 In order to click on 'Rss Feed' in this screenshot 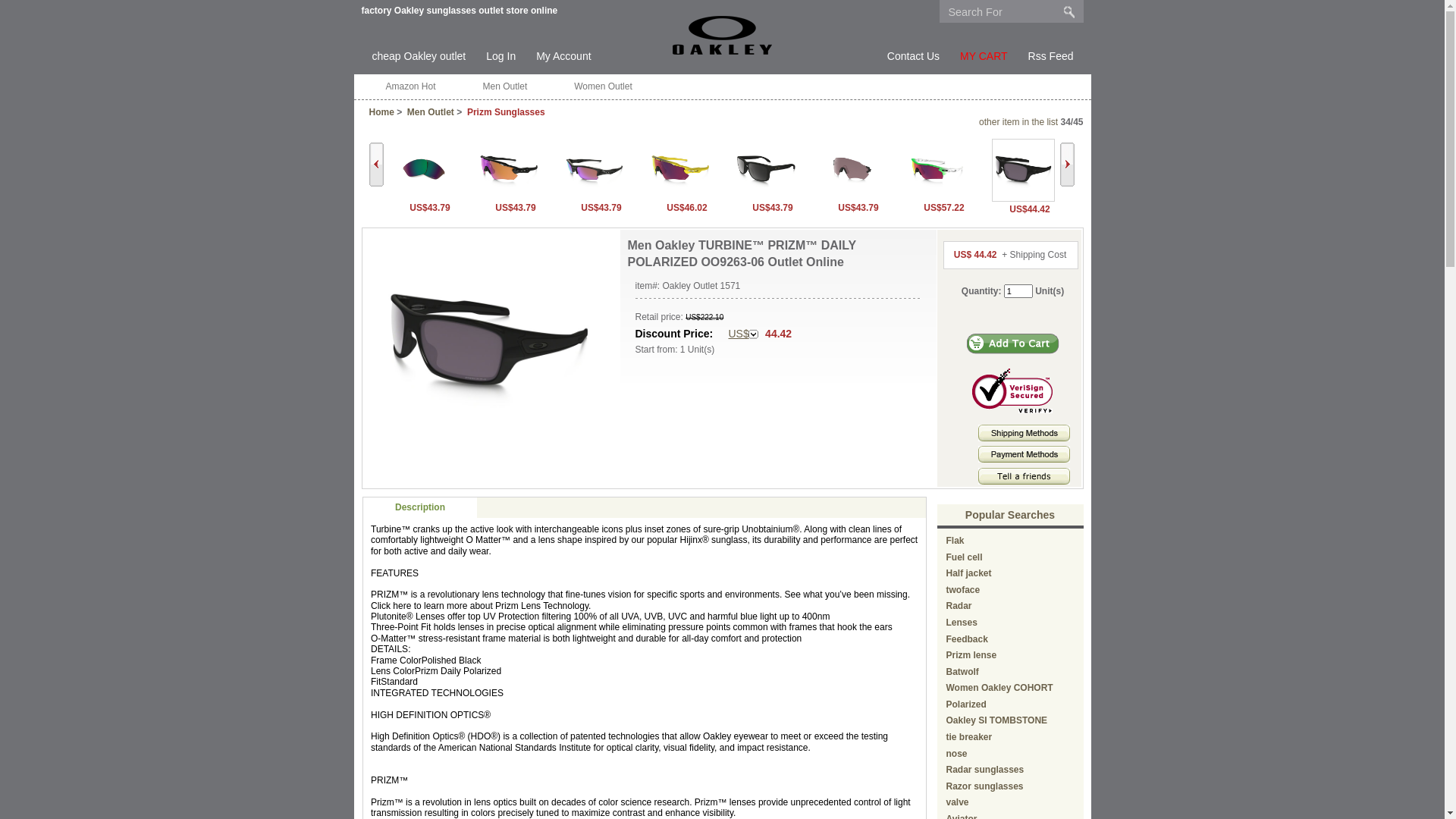, I will do `click(1050, 55)`.